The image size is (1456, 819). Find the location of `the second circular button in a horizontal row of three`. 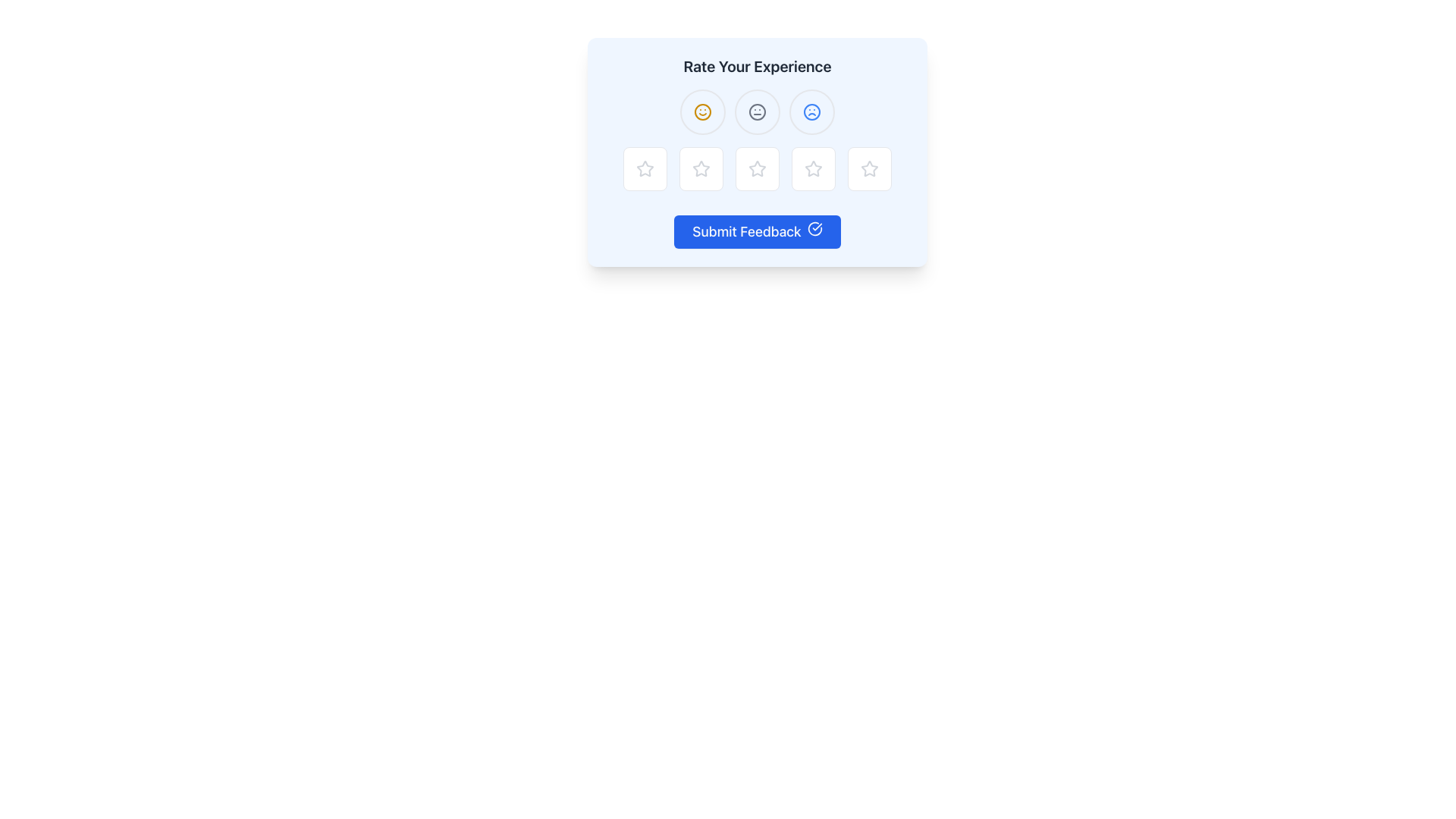

the second circular button in a horizontal row of three is located at coordinates (757, 111).